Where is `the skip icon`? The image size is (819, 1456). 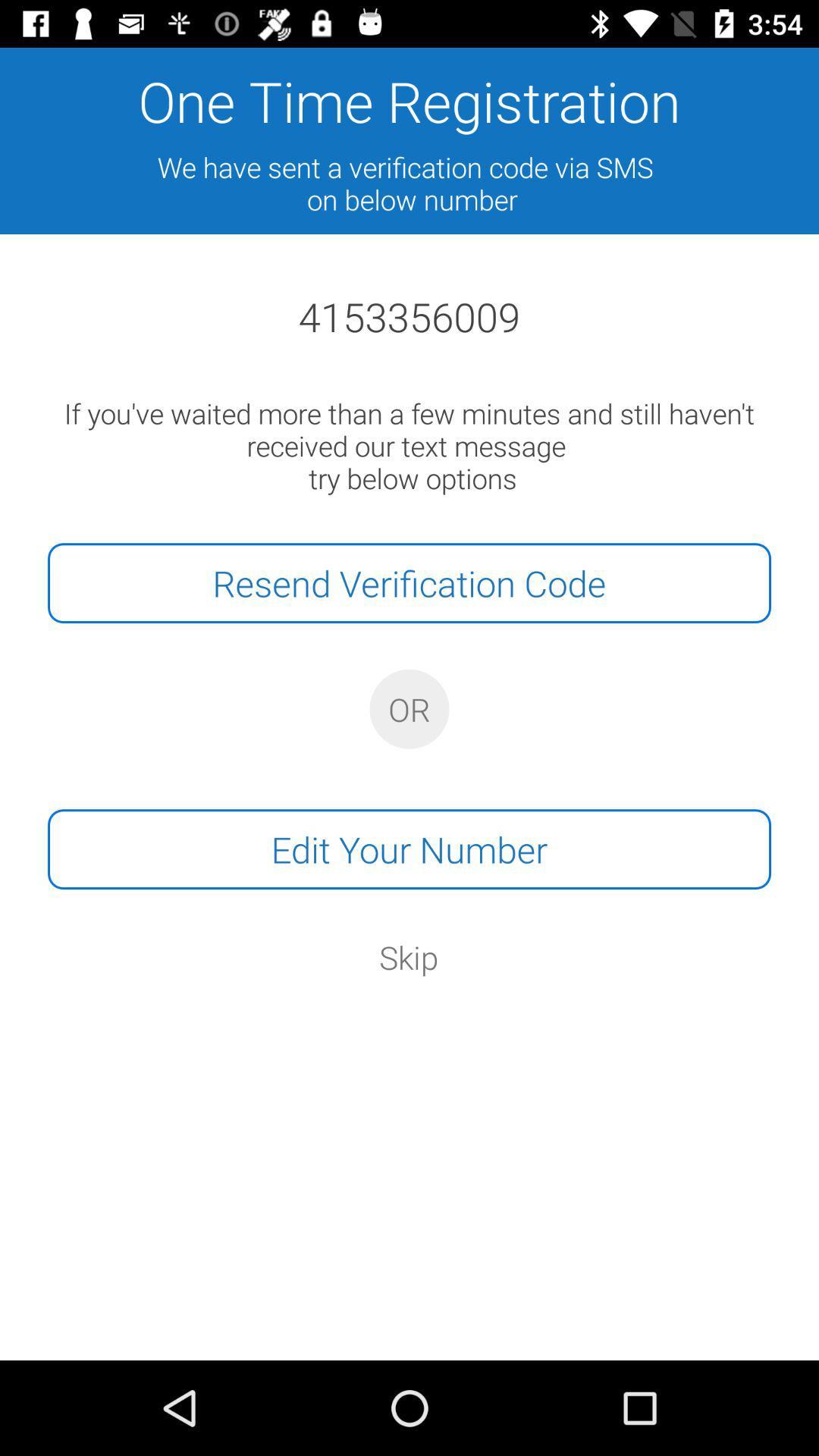 the skip icon is located at coordinates (408, 956).